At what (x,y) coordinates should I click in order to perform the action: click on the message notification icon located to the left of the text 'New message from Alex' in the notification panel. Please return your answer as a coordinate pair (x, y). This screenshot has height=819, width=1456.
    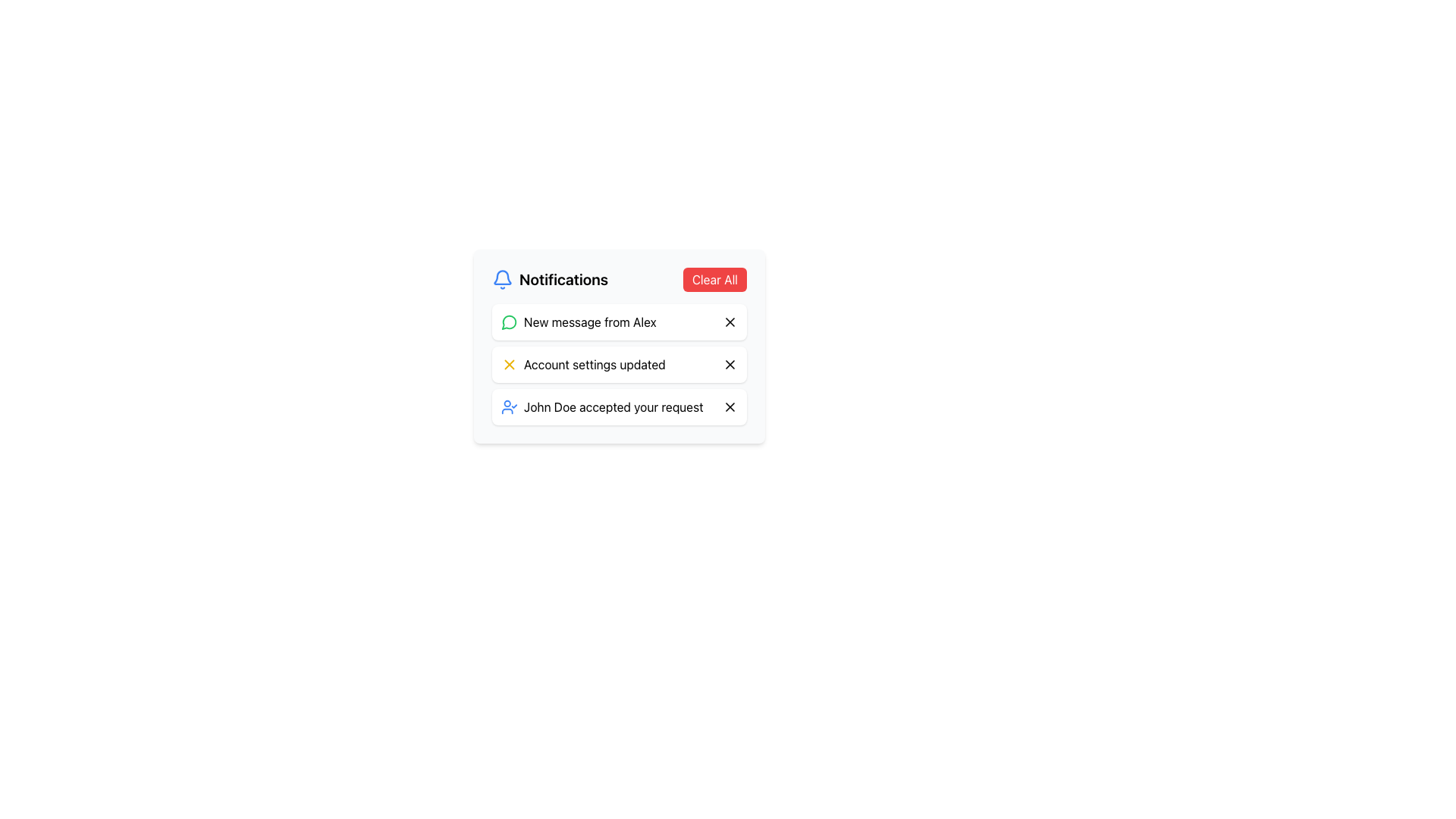
    Looking at the image, I should click on (509, 322).